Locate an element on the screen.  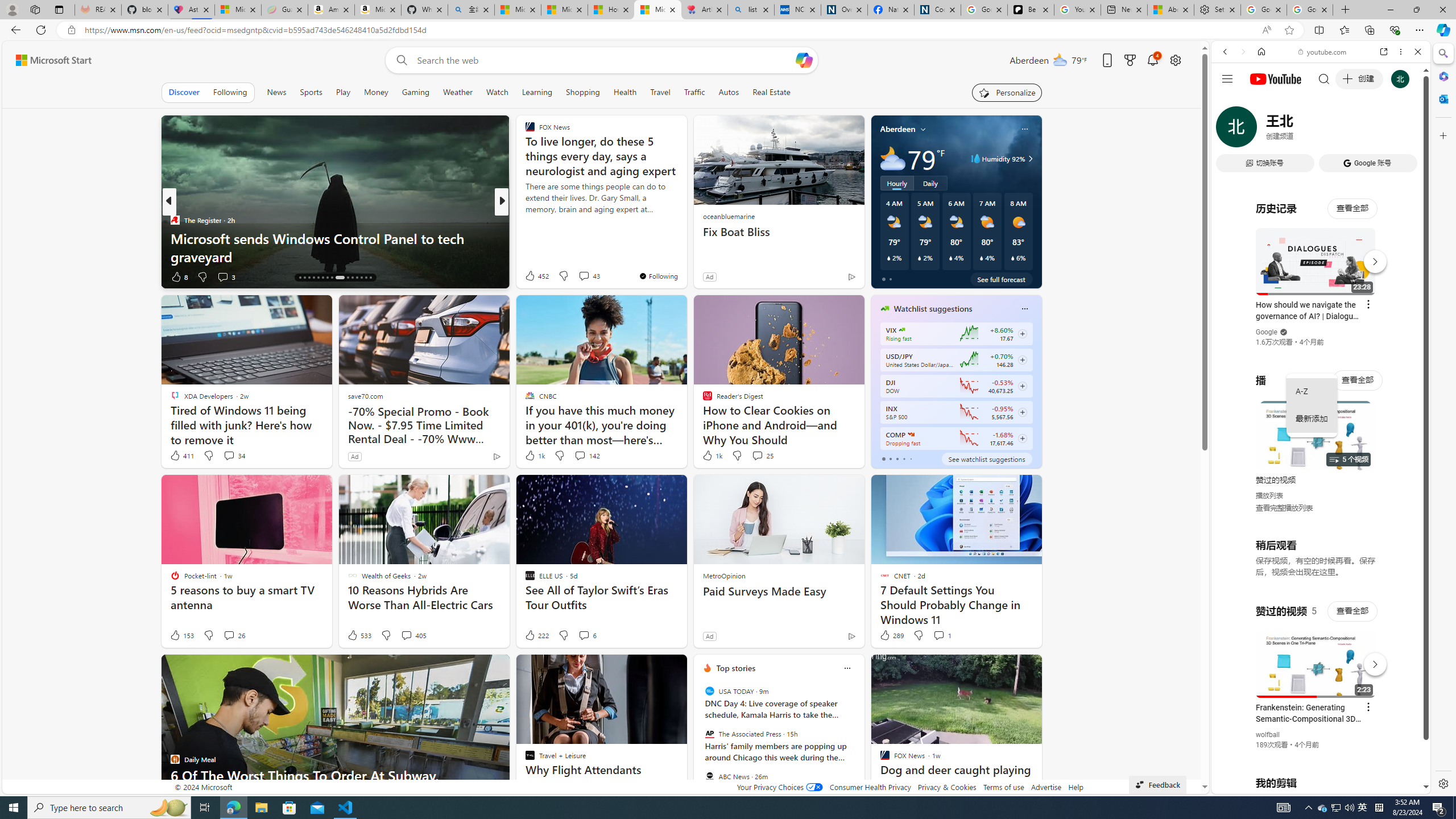
'View comments 142 Comment' is located at coordinates (586, 455).